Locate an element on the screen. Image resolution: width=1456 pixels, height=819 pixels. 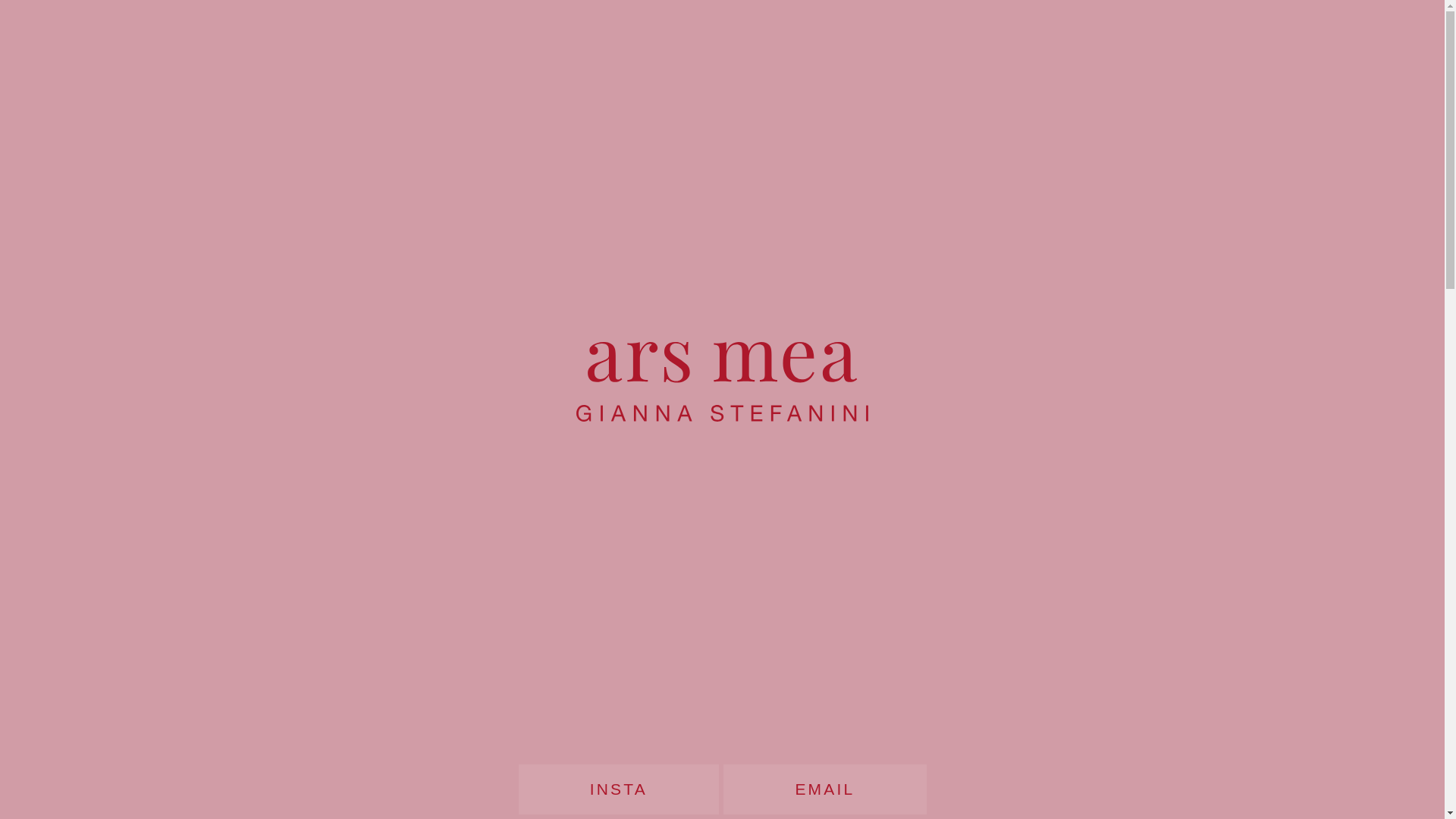
'EMAIL' is located at coordinates (824, 789).